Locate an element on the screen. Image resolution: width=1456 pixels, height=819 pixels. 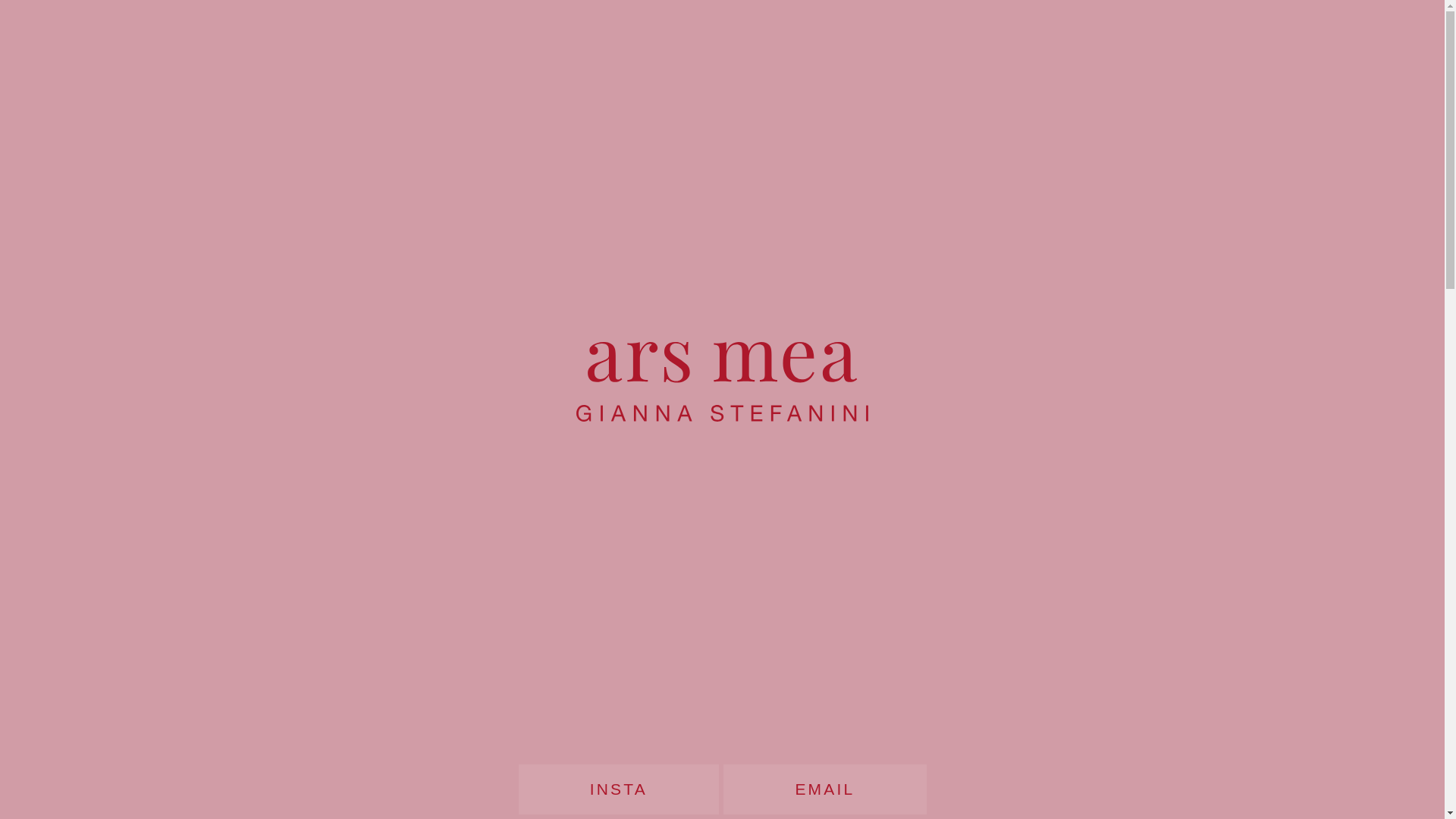
'EMAIL' is located at coordinates (824, 789).